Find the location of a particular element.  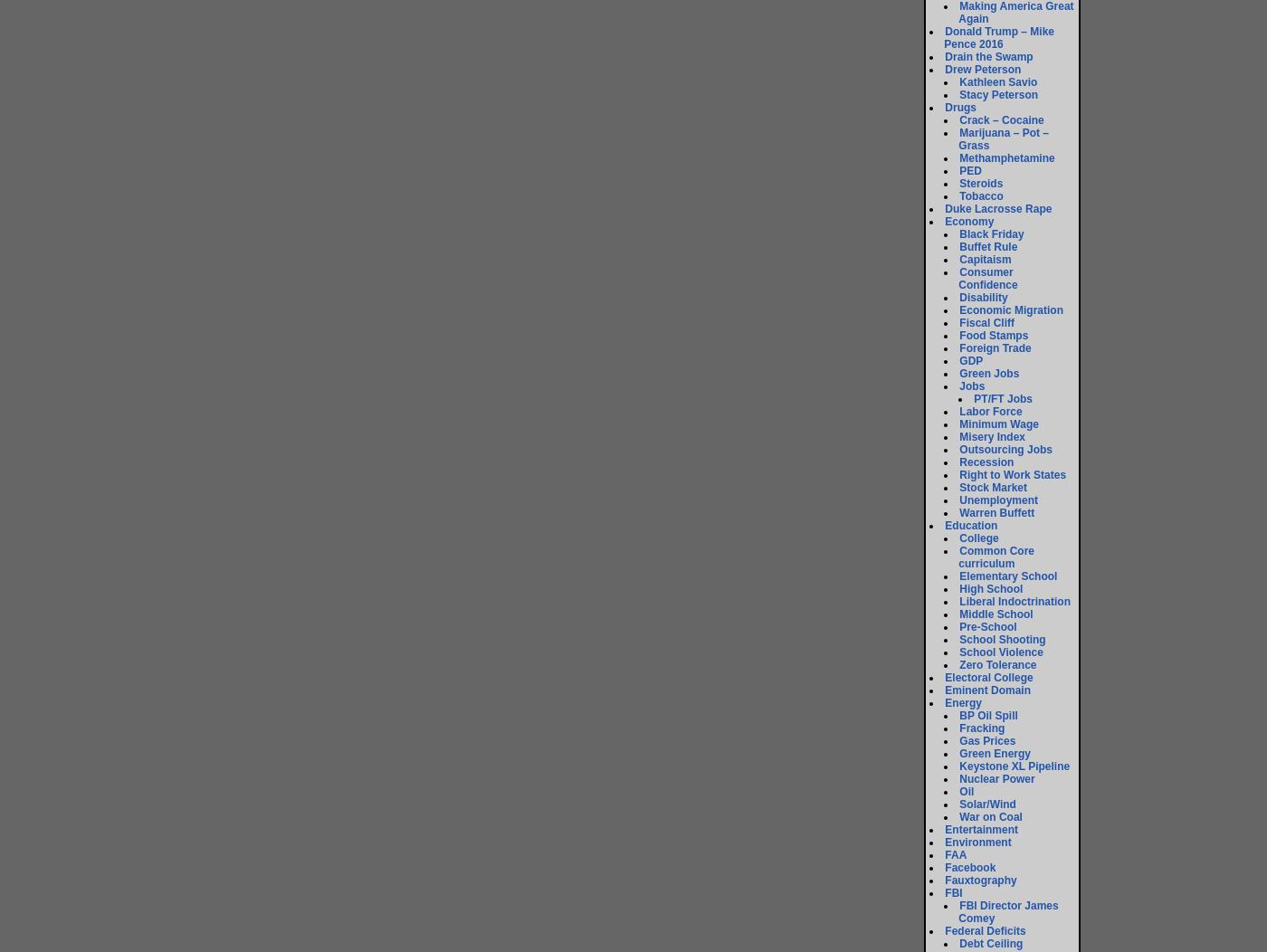

'Education' is located at coordinates (970, 525).